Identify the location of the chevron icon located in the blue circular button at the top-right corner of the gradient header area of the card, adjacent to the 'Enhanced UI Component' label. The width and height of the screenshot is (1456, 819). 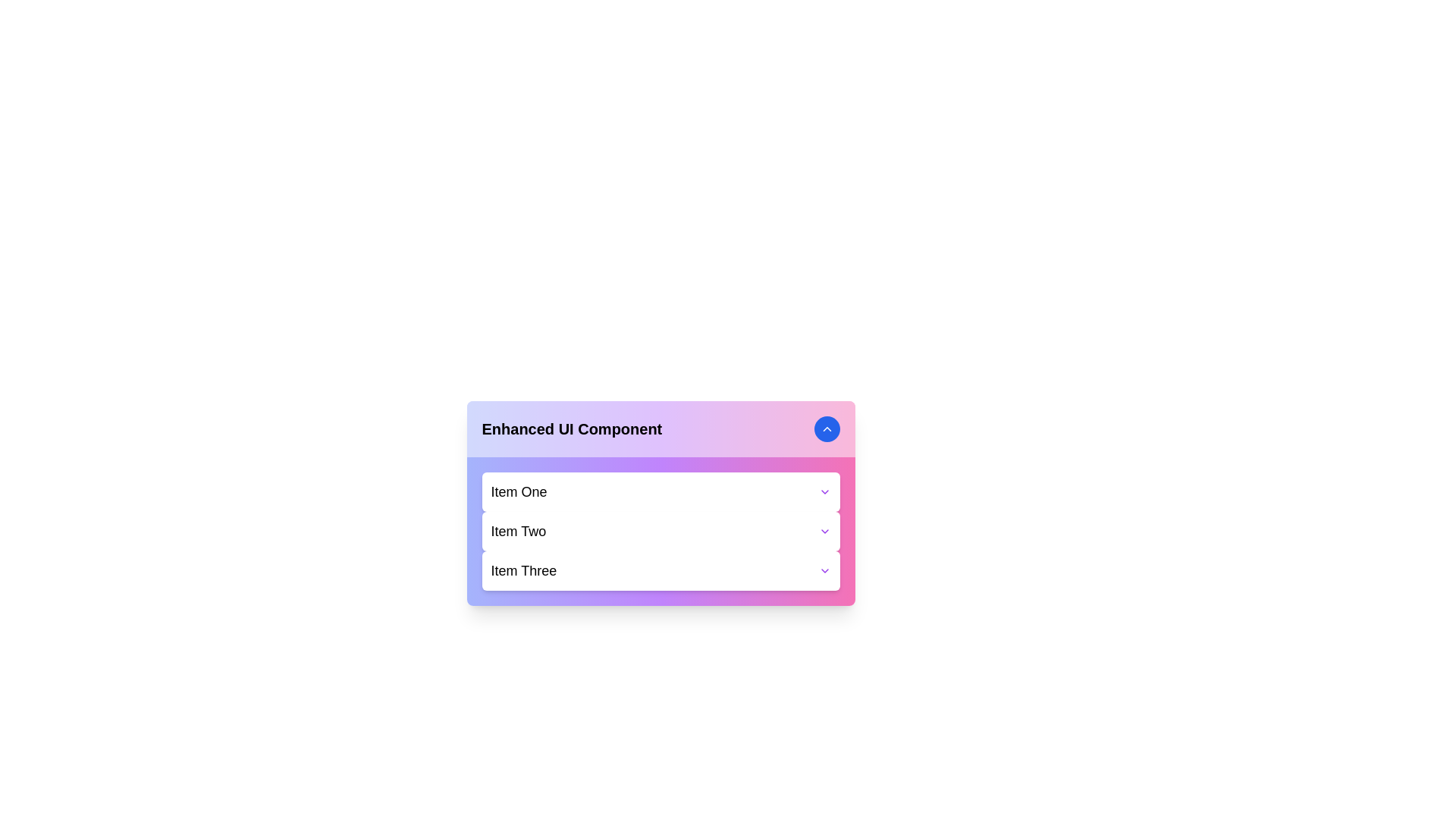
(826, 429).